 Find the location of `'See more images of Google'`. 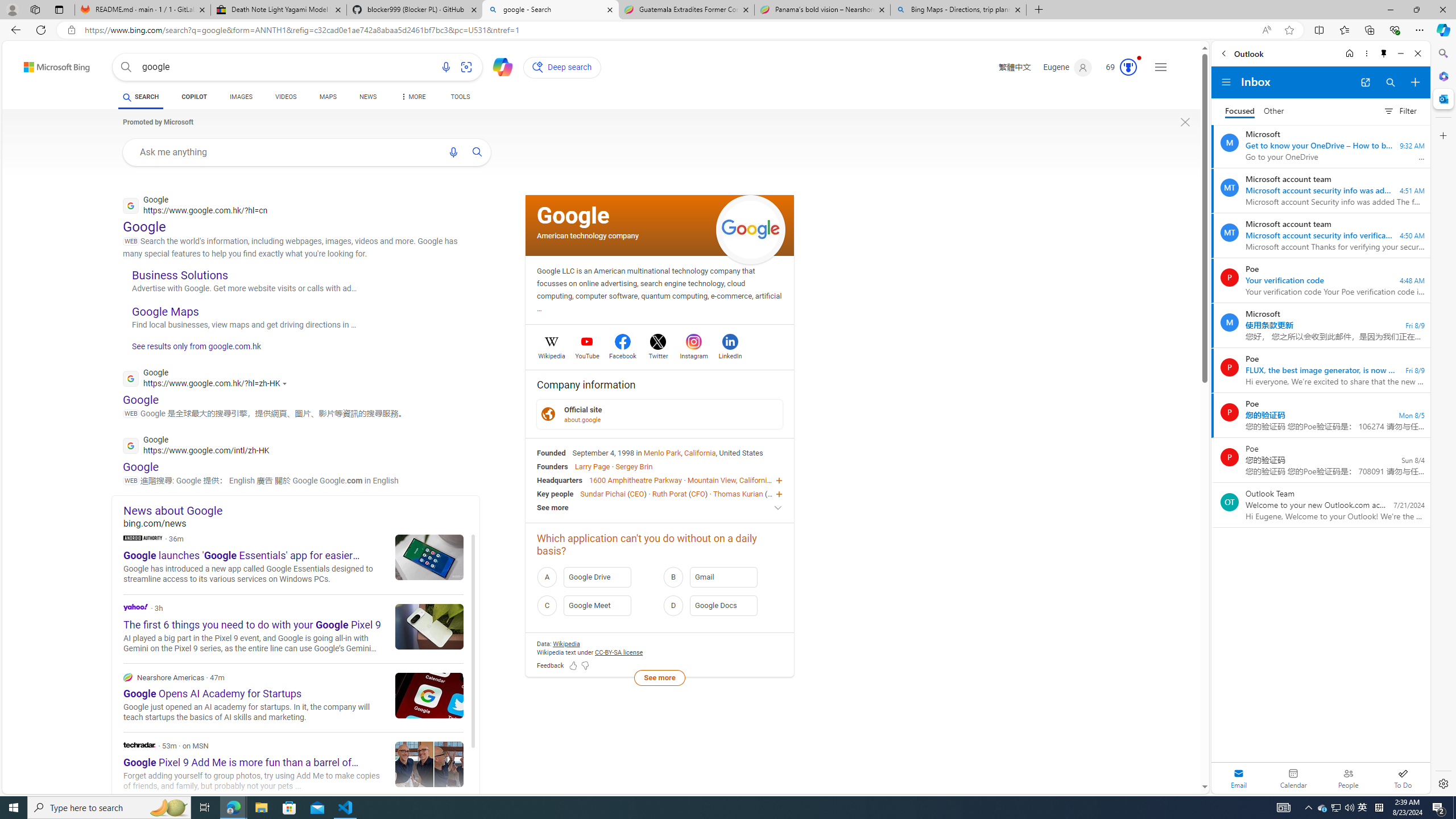

'See more images of Google' is located at coordinates (751, 229).